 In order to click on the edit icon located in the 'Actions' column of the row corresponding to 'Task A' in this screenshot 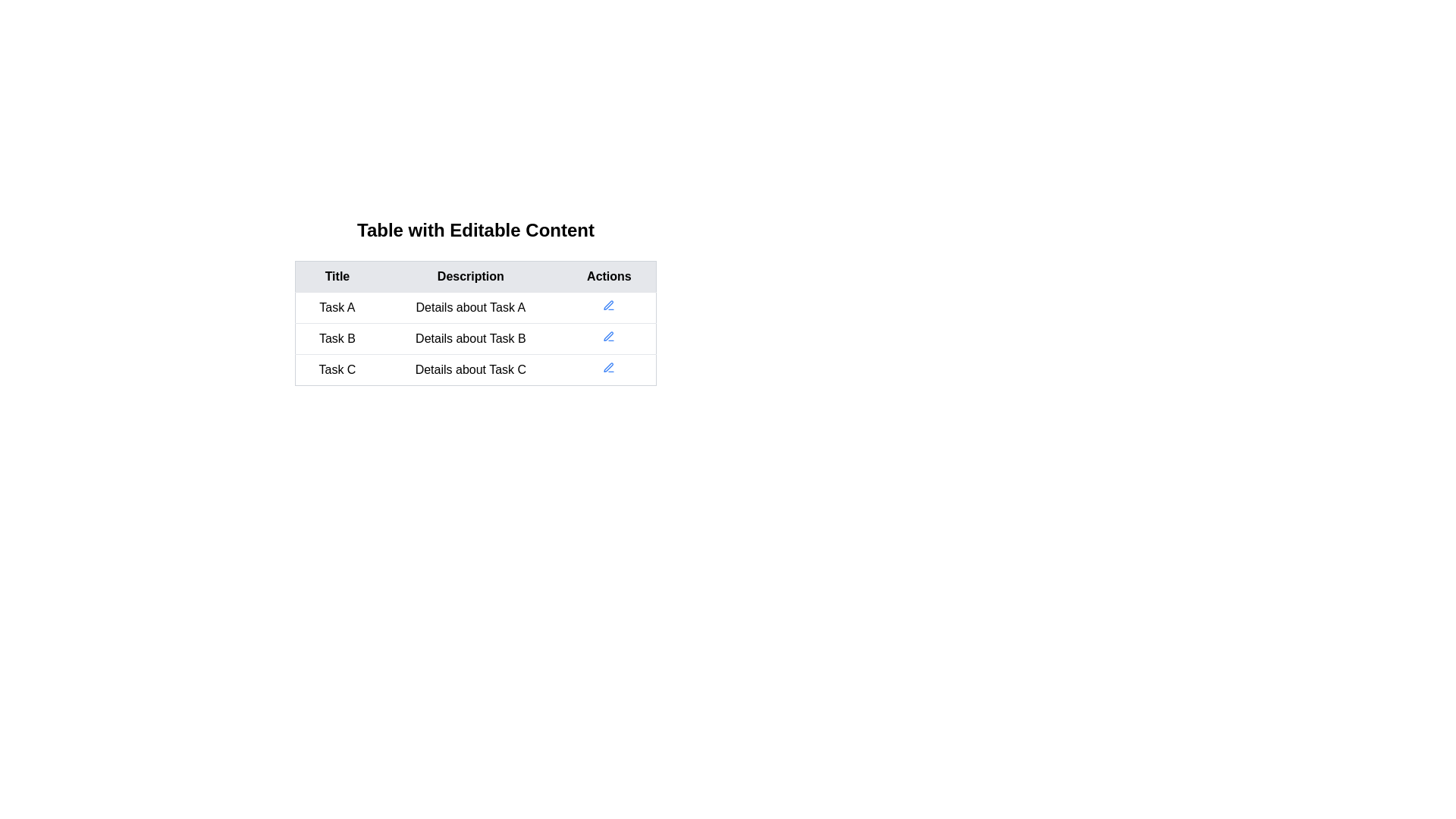, I will do `click(609, 307)`.